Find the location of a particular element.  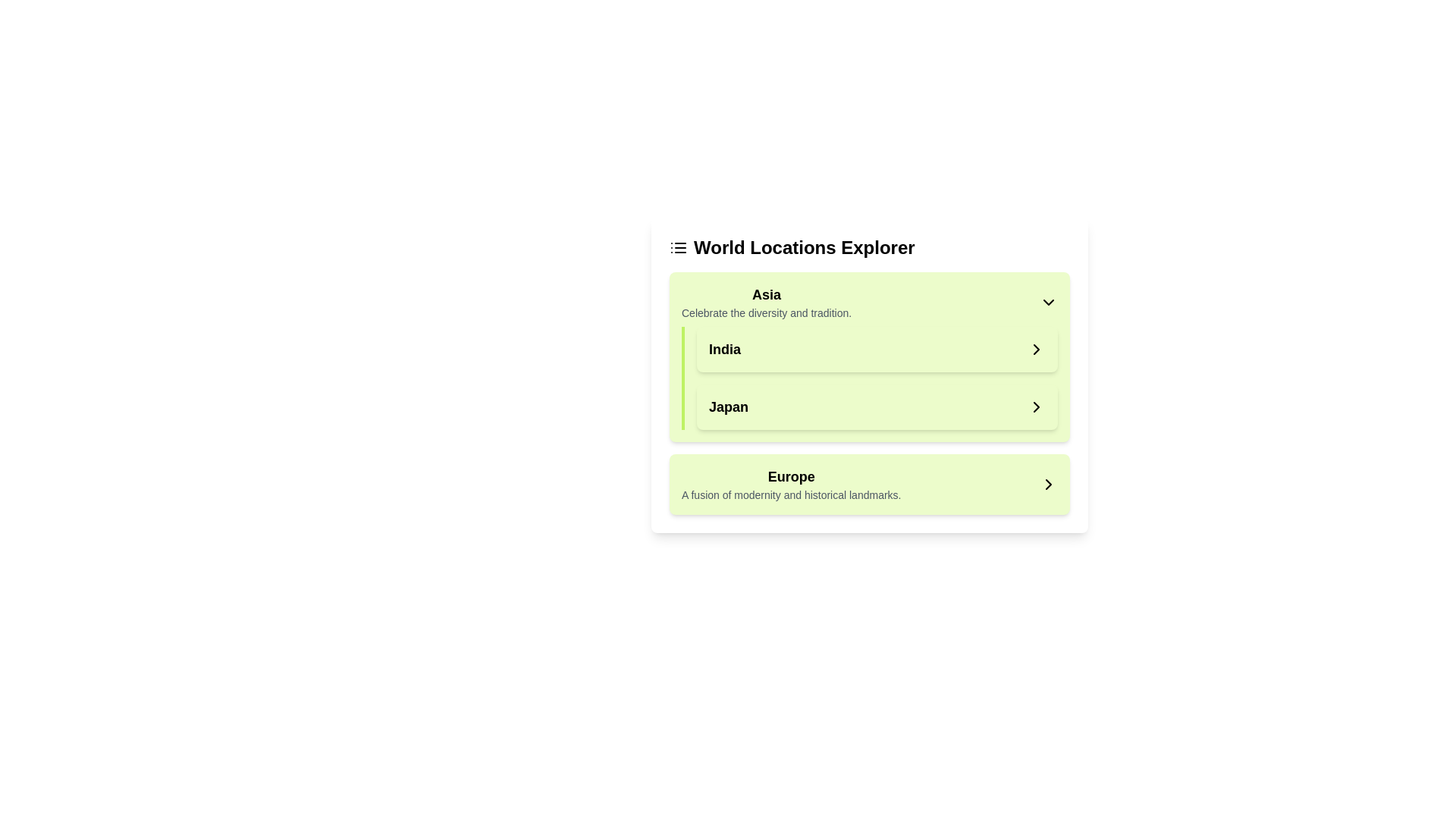

the toggle icon located in the top-right corner of the 'Asia' section is located at coordinates (1047, 302).